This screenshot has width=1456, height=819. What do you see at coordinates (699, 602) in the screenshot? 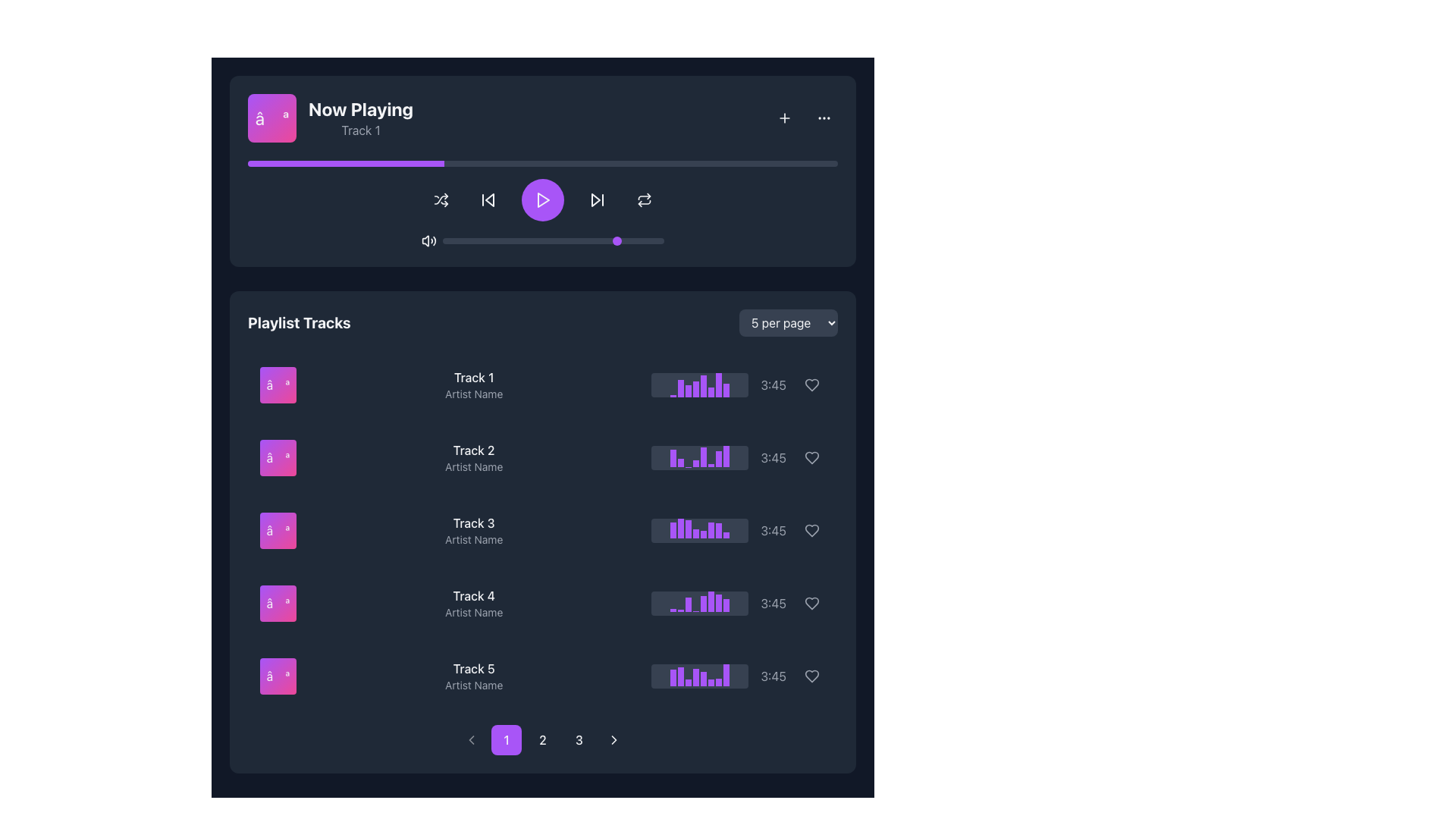
I see `the graphical representation for track 4, located next to the track duration '3:45' and to the left of a heart icon` at bounding box center [699, 602].